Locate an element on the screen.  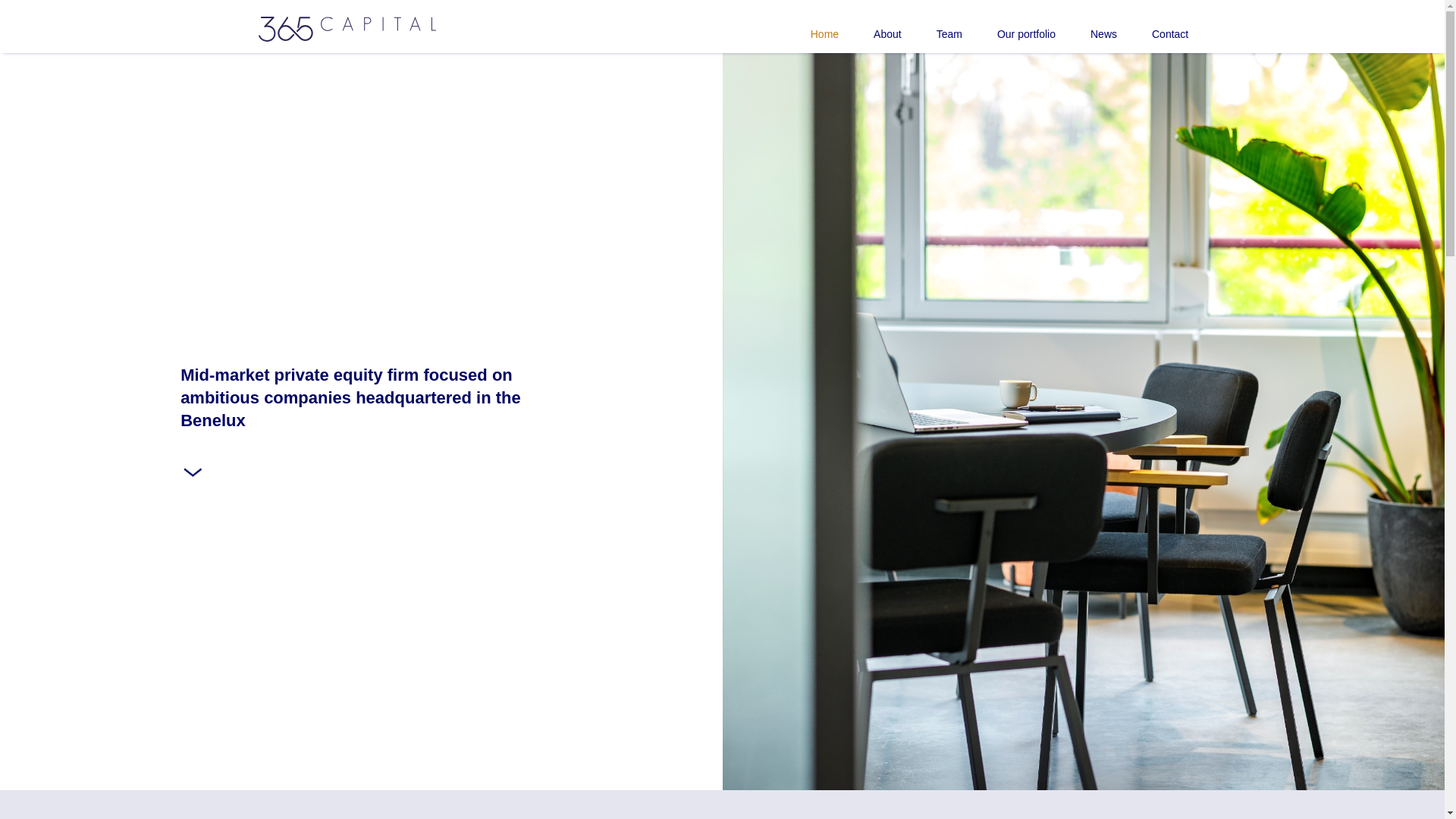
'Team' is located at coordinates (930, 26).